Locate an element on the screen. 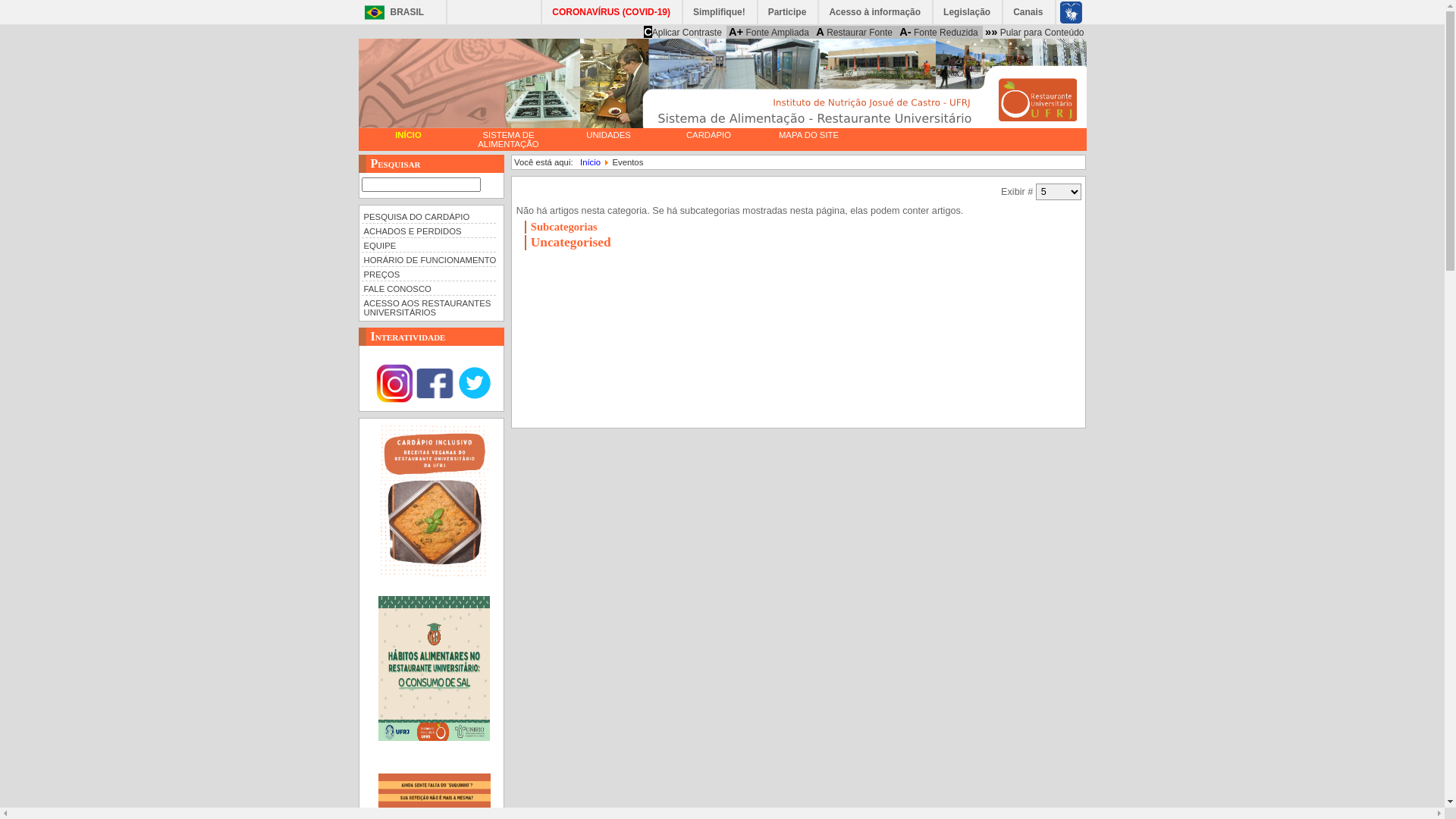 The image size is (1456, 819). 'A- Fonte Reduzida' is located at coordinates (896, 32).